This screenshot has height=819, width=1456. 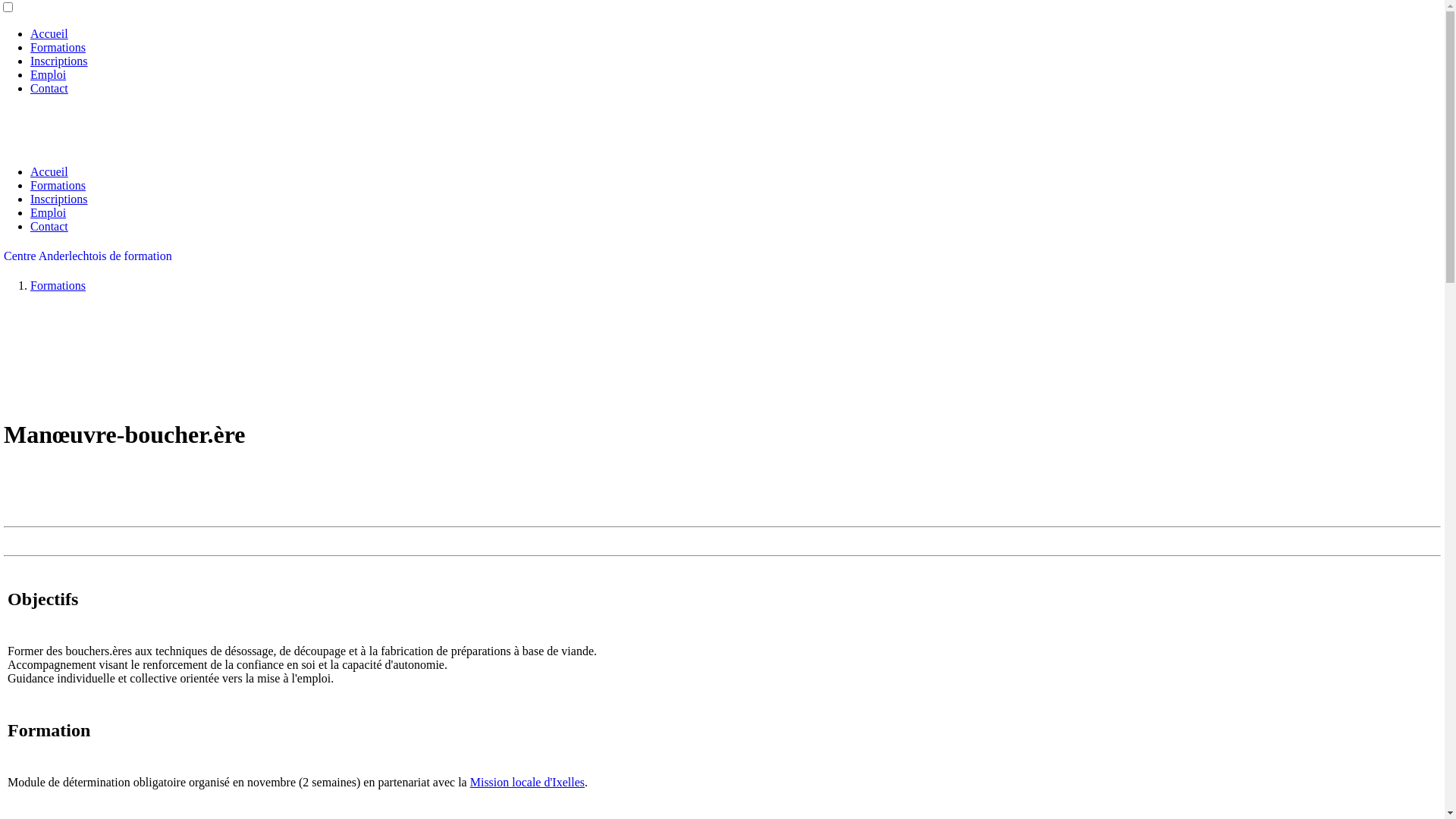 I want to click on 'Emploi', so click(x=48, y=74).